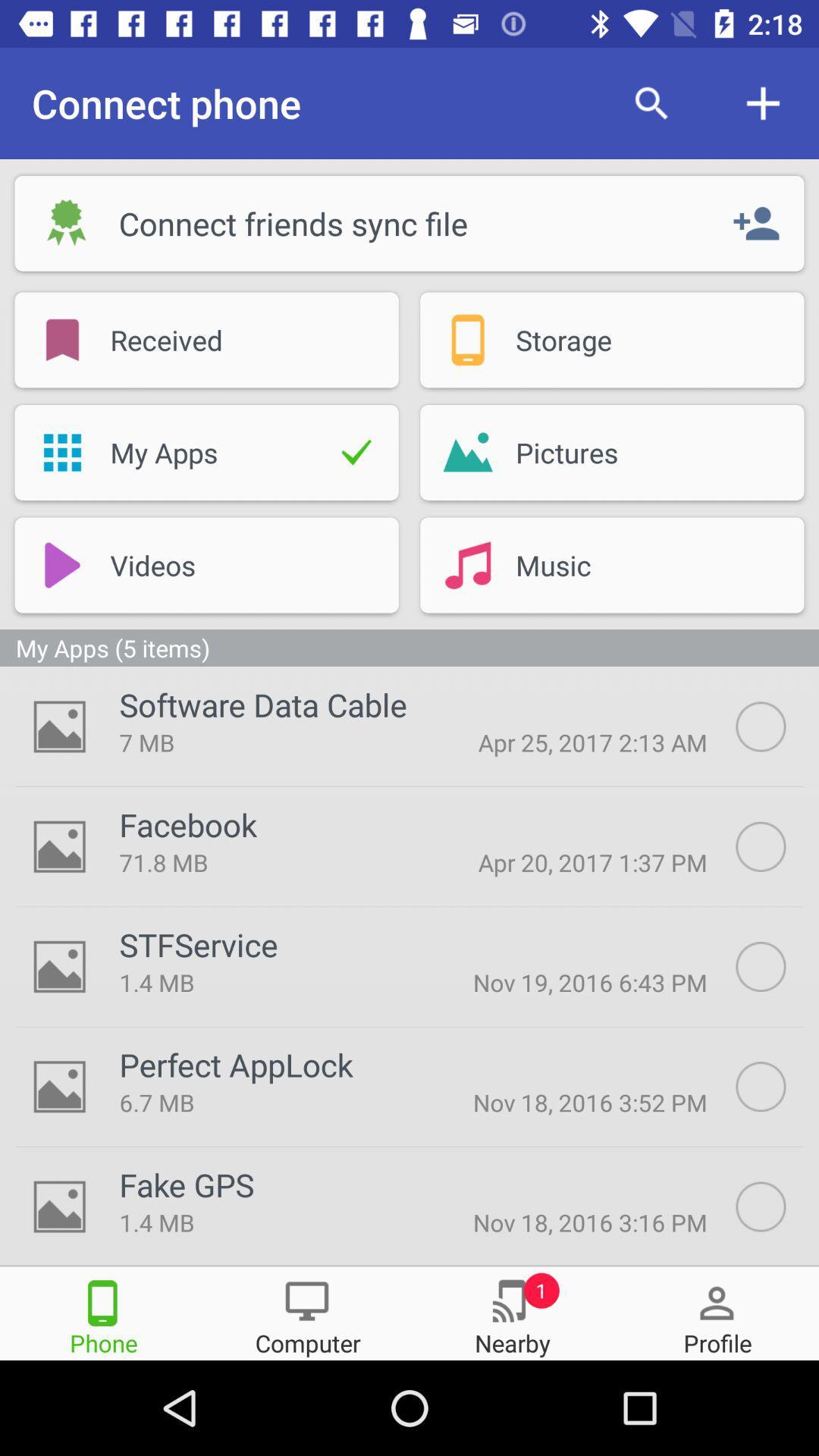  Describe the element at coordinates (631, 564) in the screenshot. I see `music item` at that location.